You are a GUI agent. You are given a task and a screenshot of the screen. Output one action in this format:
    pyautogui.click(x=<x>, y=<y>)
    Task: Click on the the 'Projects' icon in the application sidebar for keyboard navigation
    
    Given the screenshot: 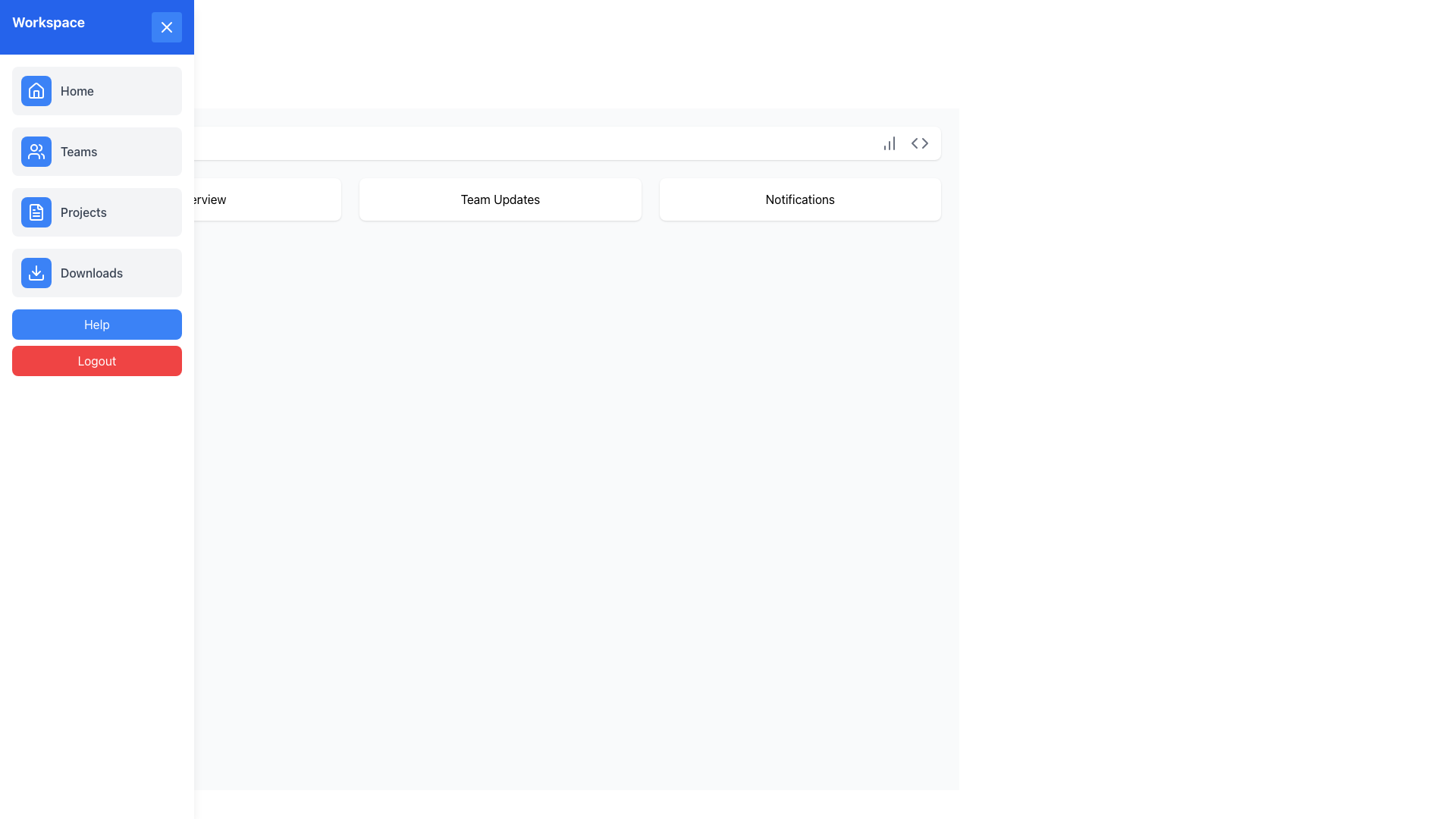 What is the action you would take?
    pyautogui.click(x=36, y=212)
    